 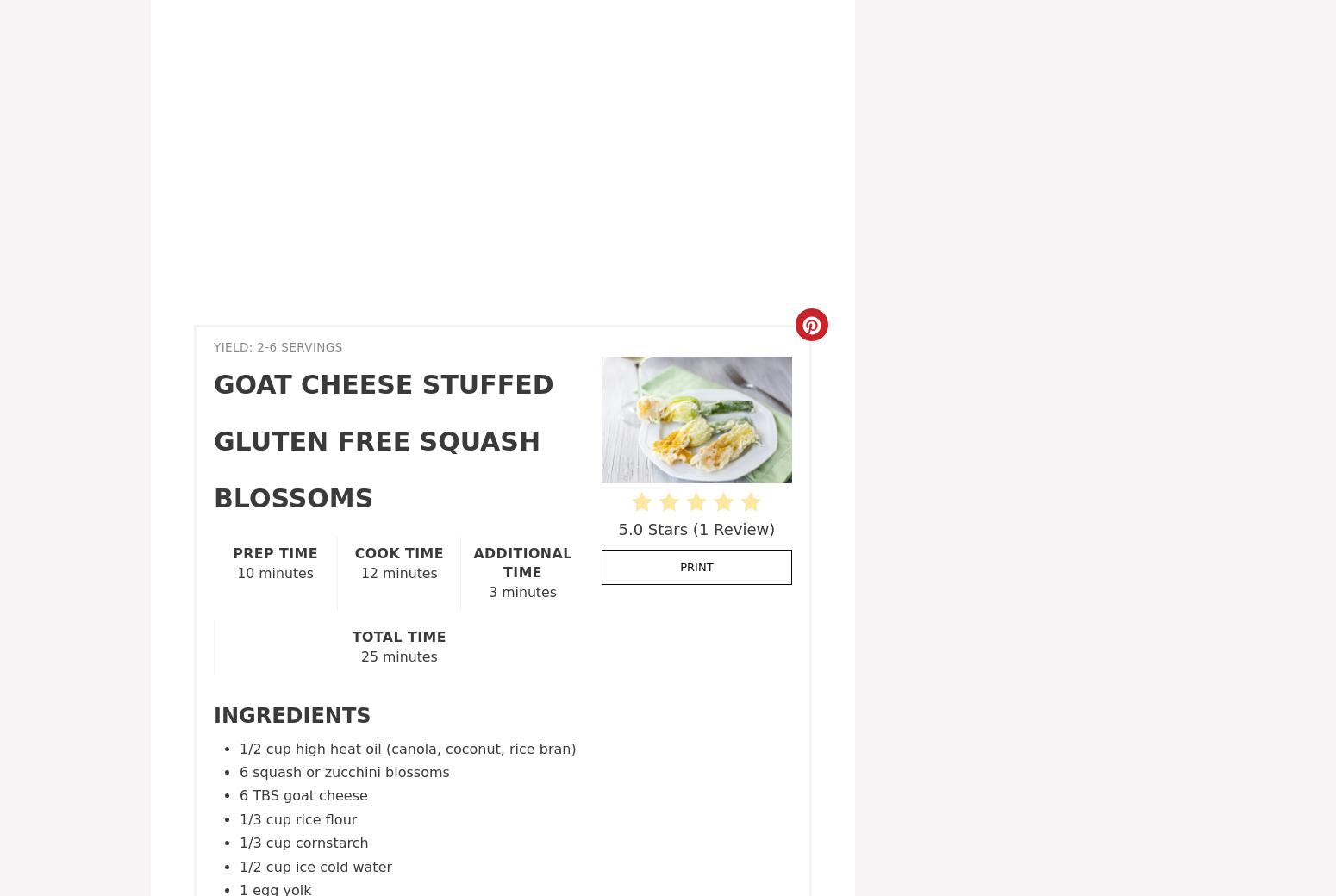 I want to click on 'Additional Time', so click(x=522, y=562).